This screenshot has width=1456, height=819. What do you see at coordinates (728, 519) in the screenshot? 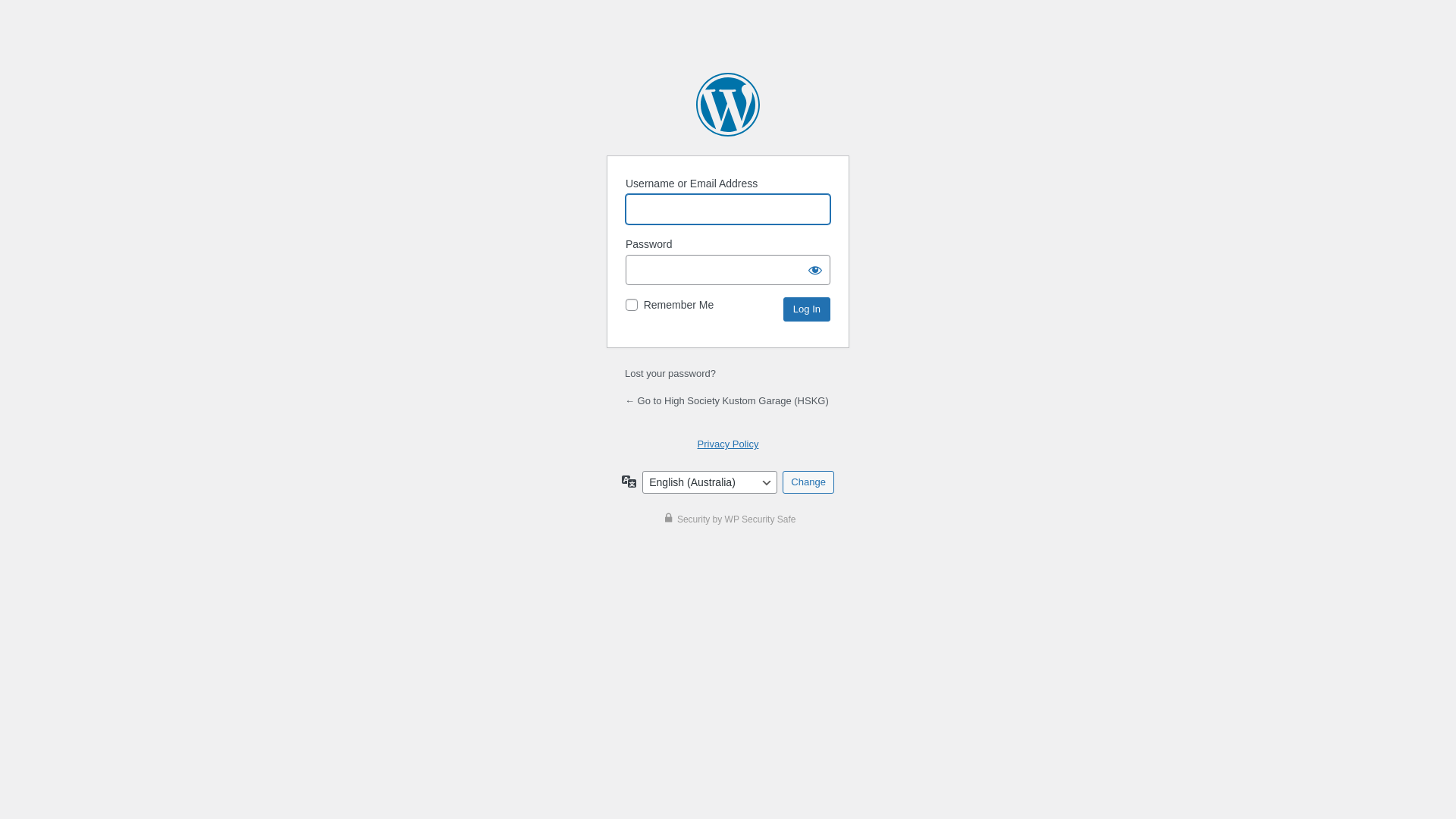
I see `'Security by WP Security Safe'` at bounding box center [728, 519].